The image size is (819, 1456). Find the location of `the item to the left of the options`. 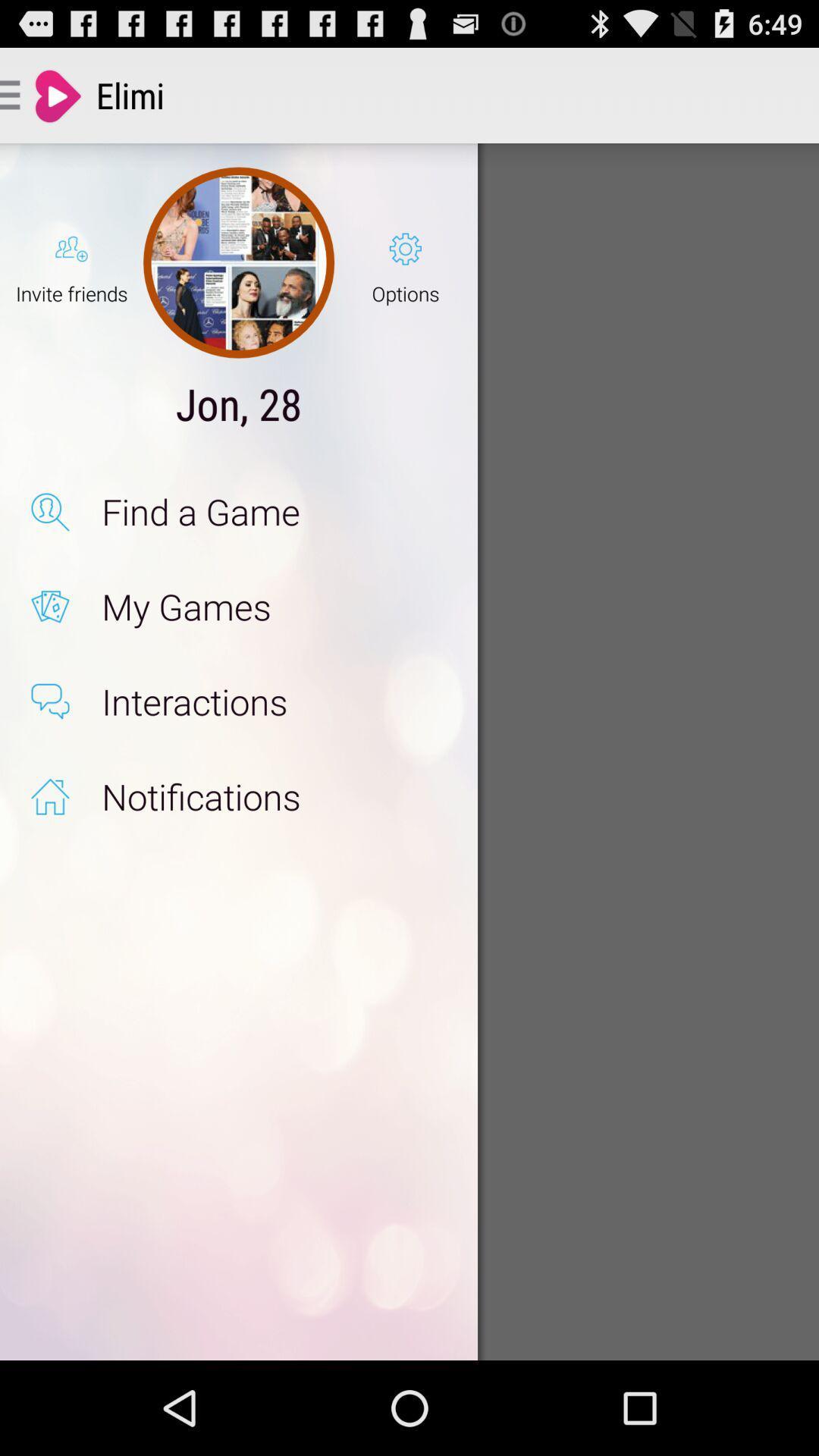

the item to the left of the options is located at coordinates (239, 262).